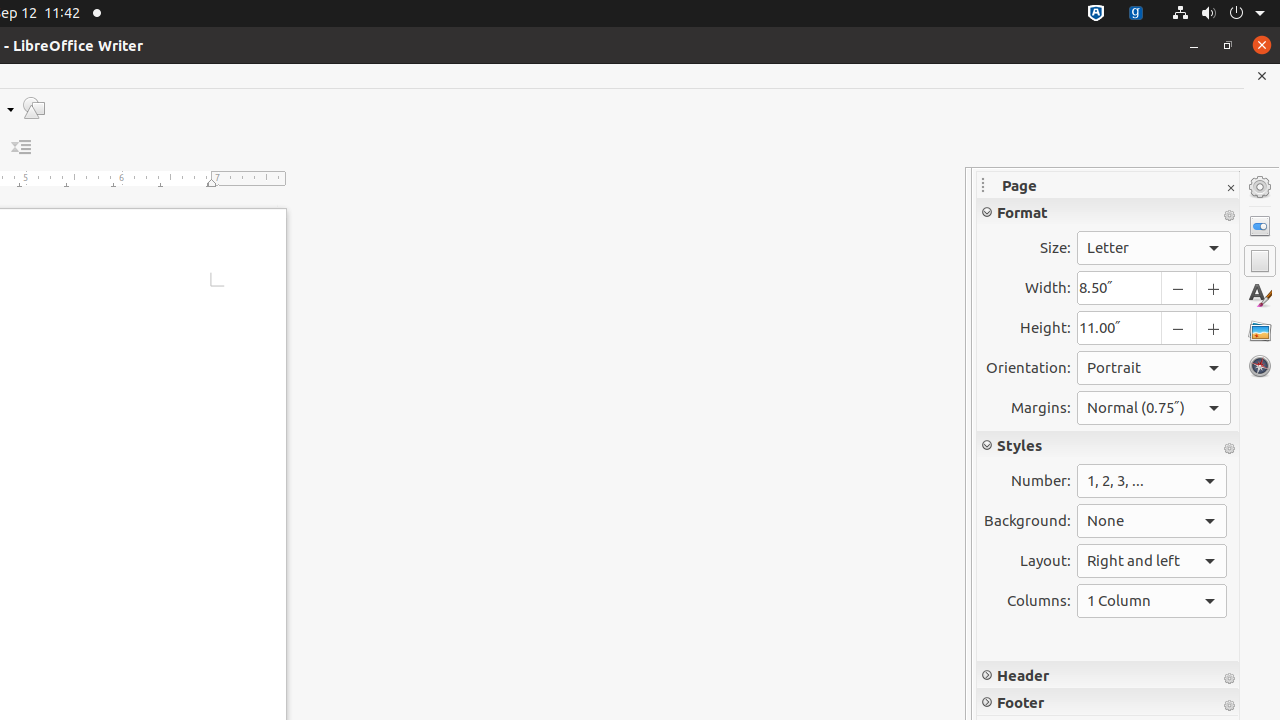  I want to click on 'Close Sidebar Deck', so click(1229, 188).